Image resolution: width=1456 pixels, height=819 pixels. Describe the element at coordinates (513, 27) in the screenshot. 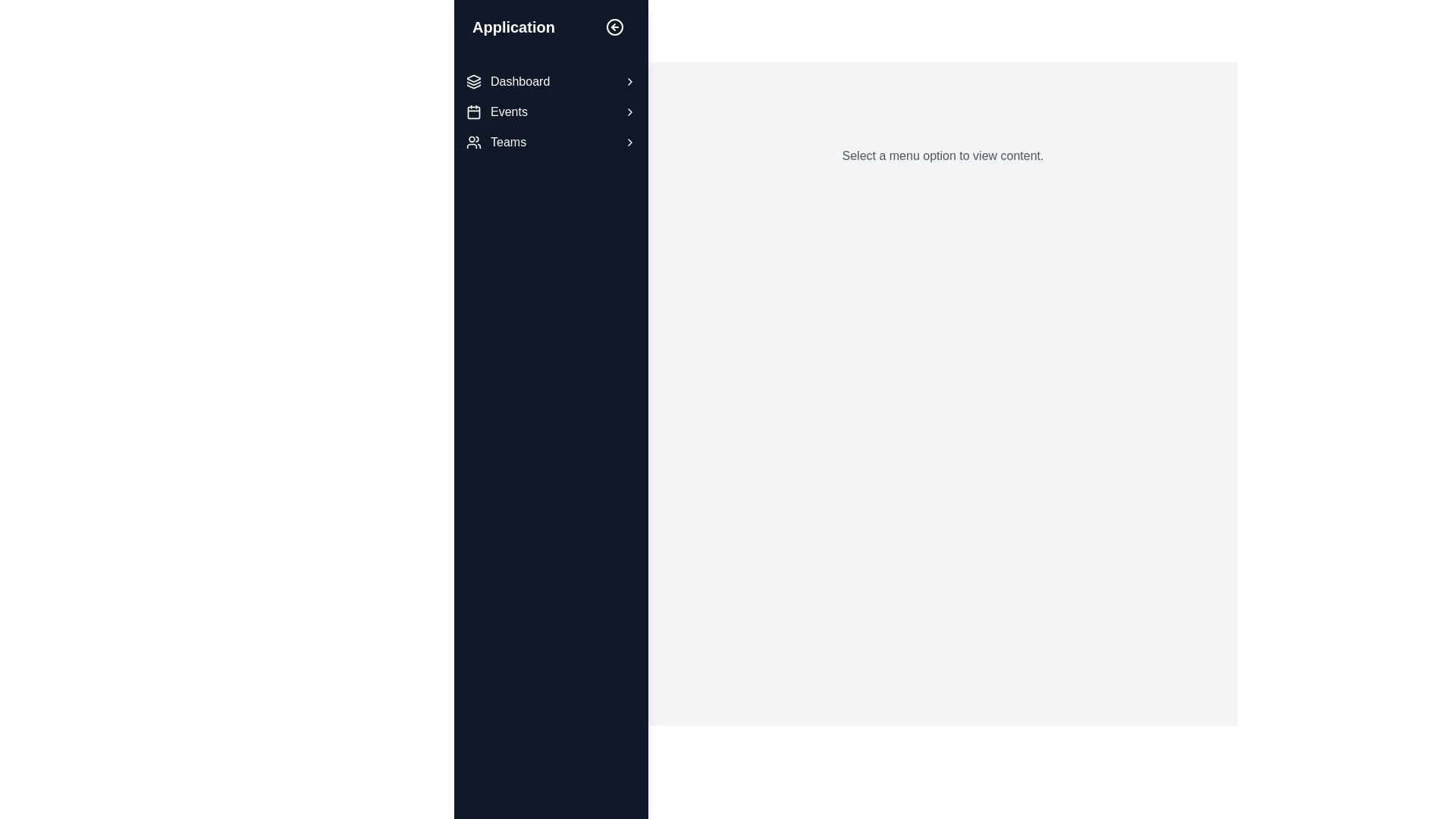

I see `the text label that serves as the title or brand indicator for the application interface, located in the left sidebar near the top, above the navigation items` at that location.